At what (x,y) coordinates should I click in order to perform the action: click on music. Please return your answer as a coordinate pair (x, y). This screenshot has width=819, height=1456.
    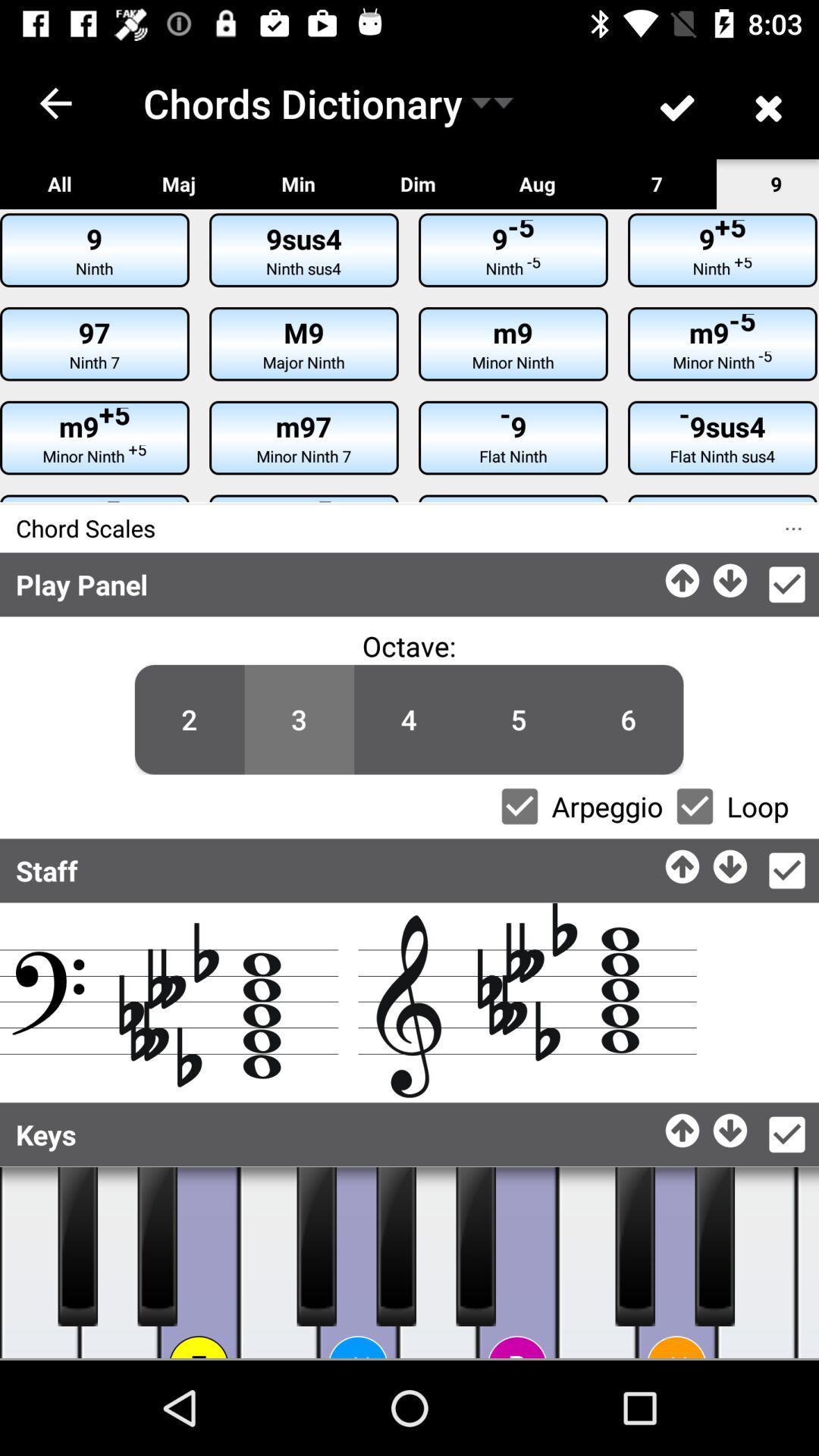
    Looking at the image, I should click on (395, 1246).